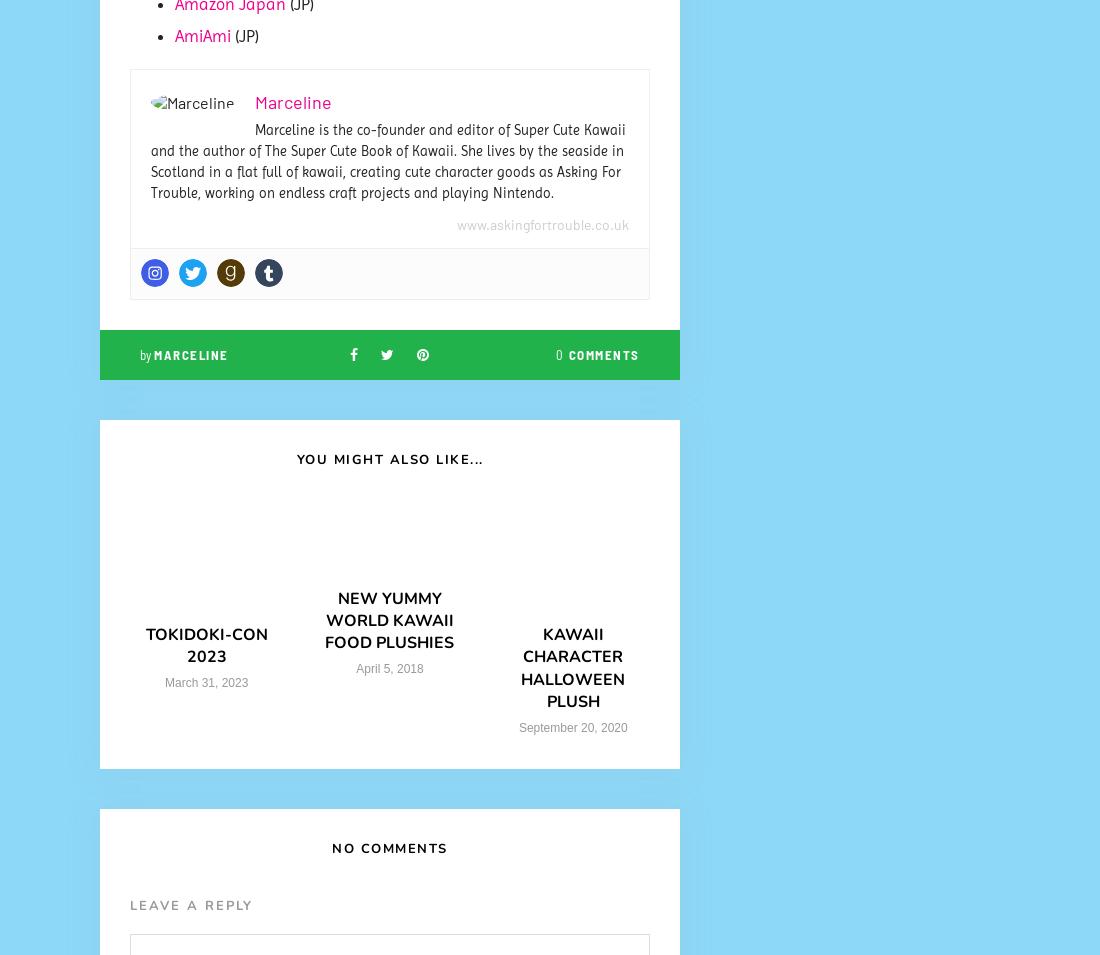 Image resolution: width=1100 pixels, height=955 pixels. Describe the element at coordinates (389, 848) in the screenshot. I see `'No Comments'` at that location.